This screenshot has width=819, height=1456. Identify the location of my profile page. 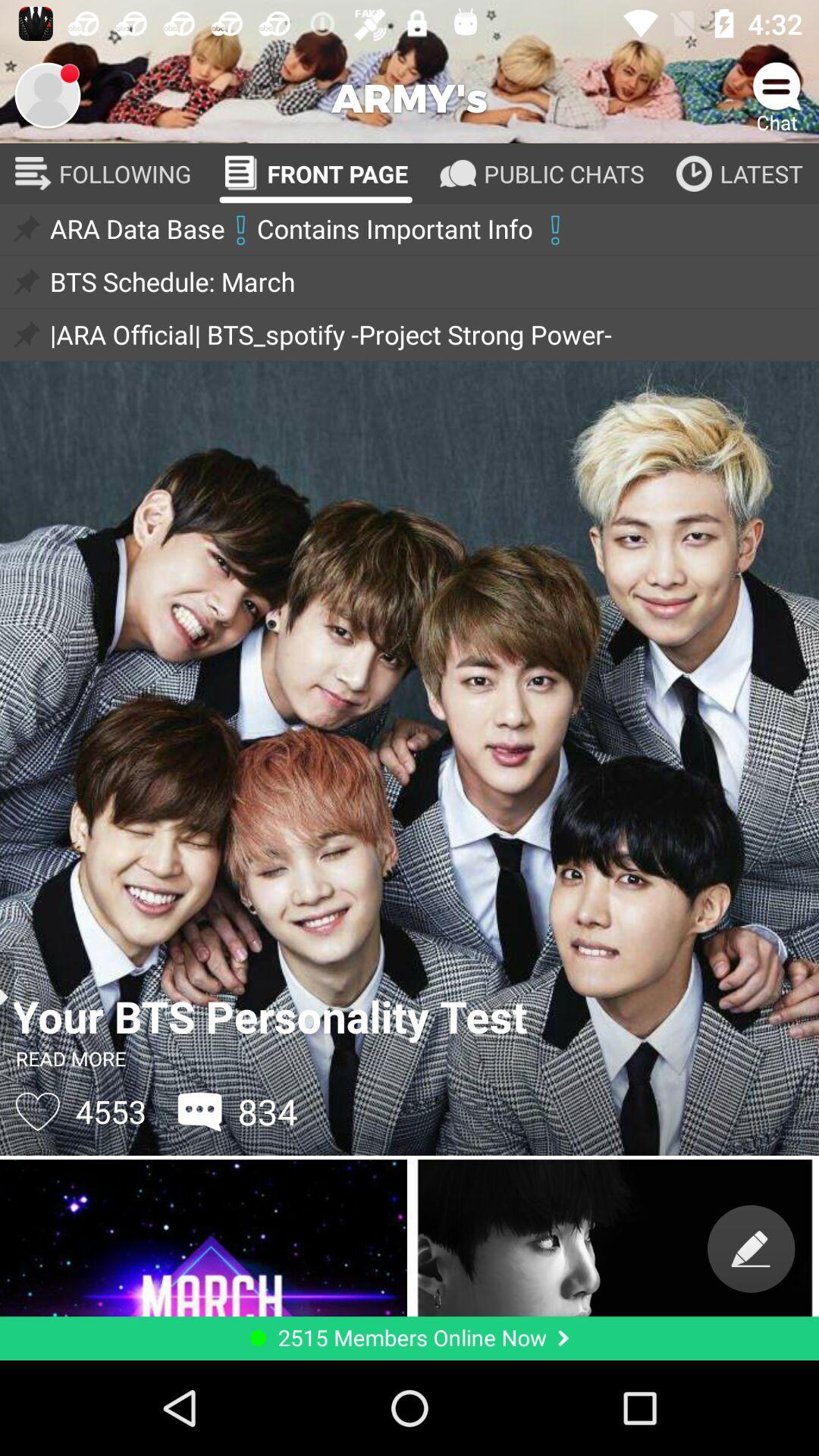
(46, 94).